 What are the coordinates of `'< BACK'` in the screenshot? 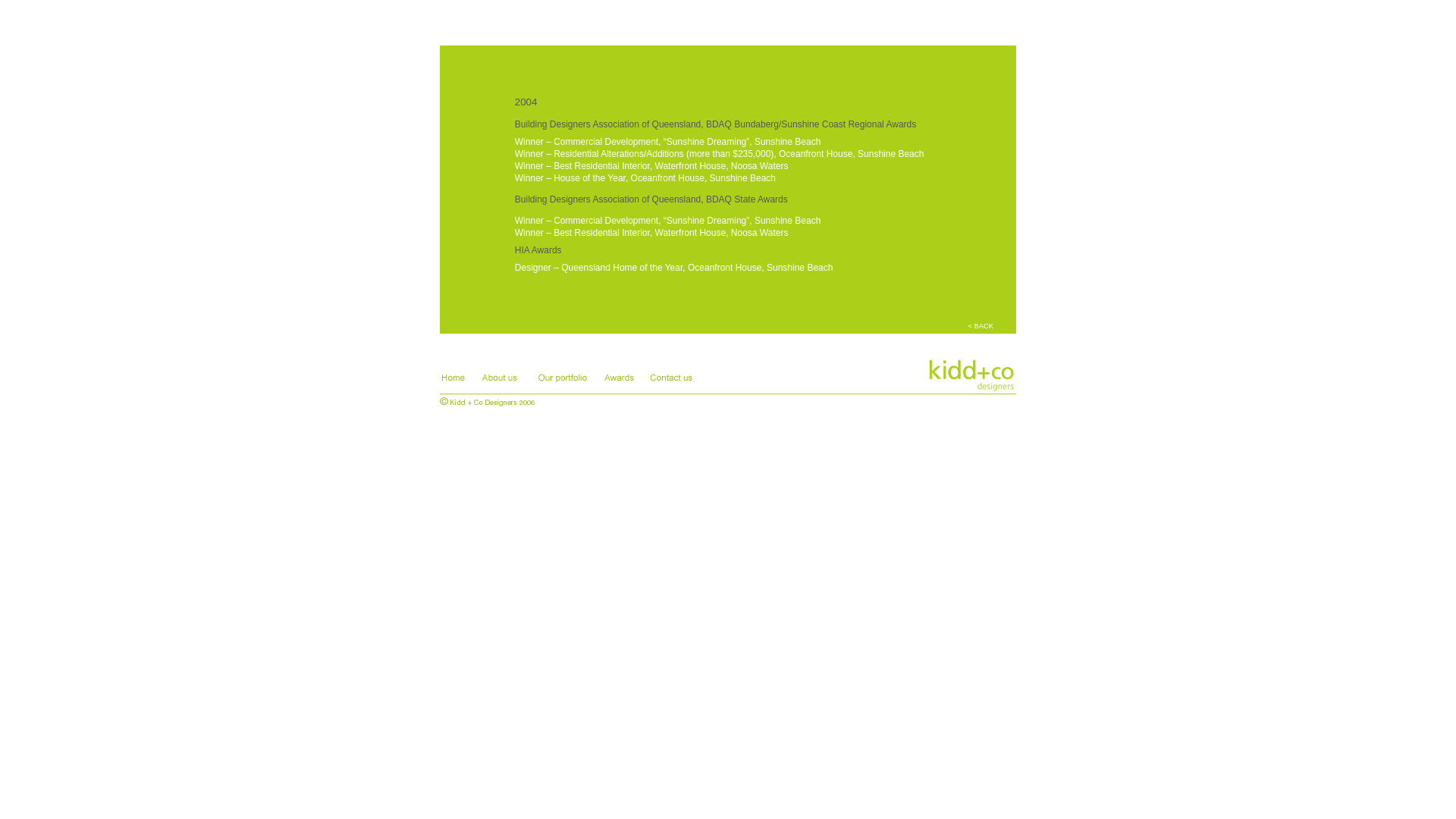 It's located at (967, 325).